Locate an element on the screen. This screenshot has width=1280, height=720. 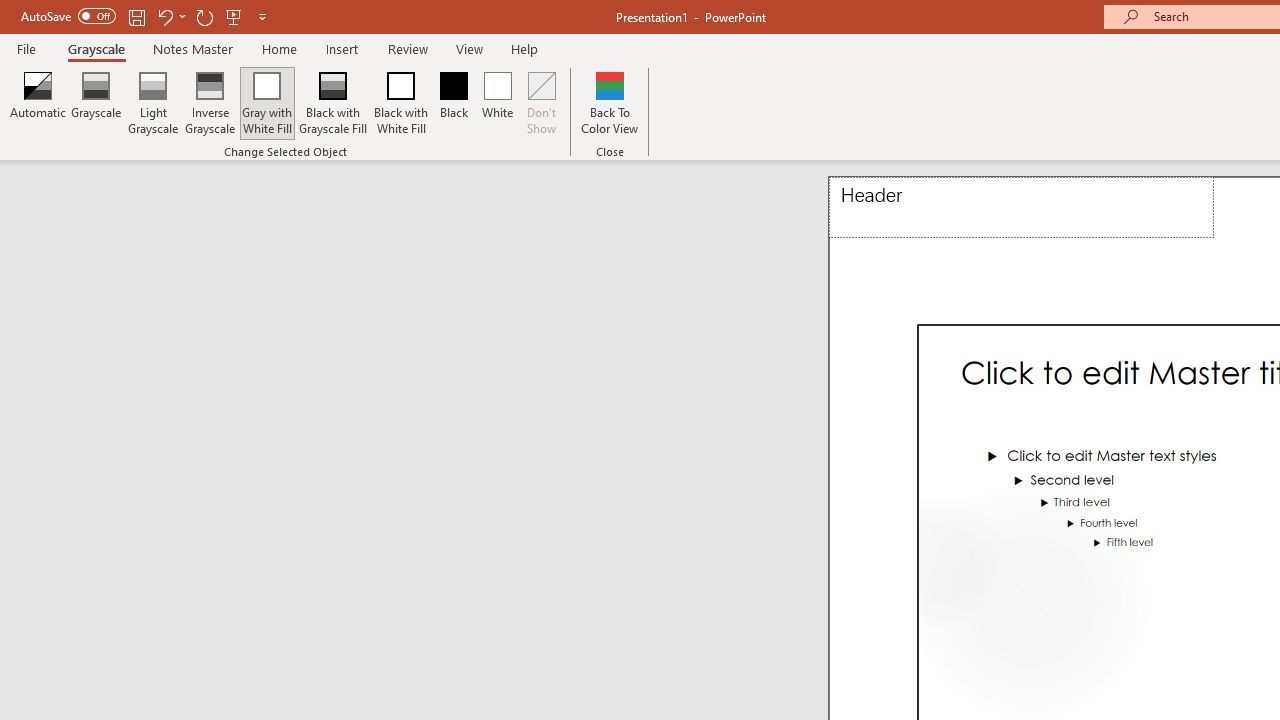
'Notes Master' is located at coordinates (193, 48).